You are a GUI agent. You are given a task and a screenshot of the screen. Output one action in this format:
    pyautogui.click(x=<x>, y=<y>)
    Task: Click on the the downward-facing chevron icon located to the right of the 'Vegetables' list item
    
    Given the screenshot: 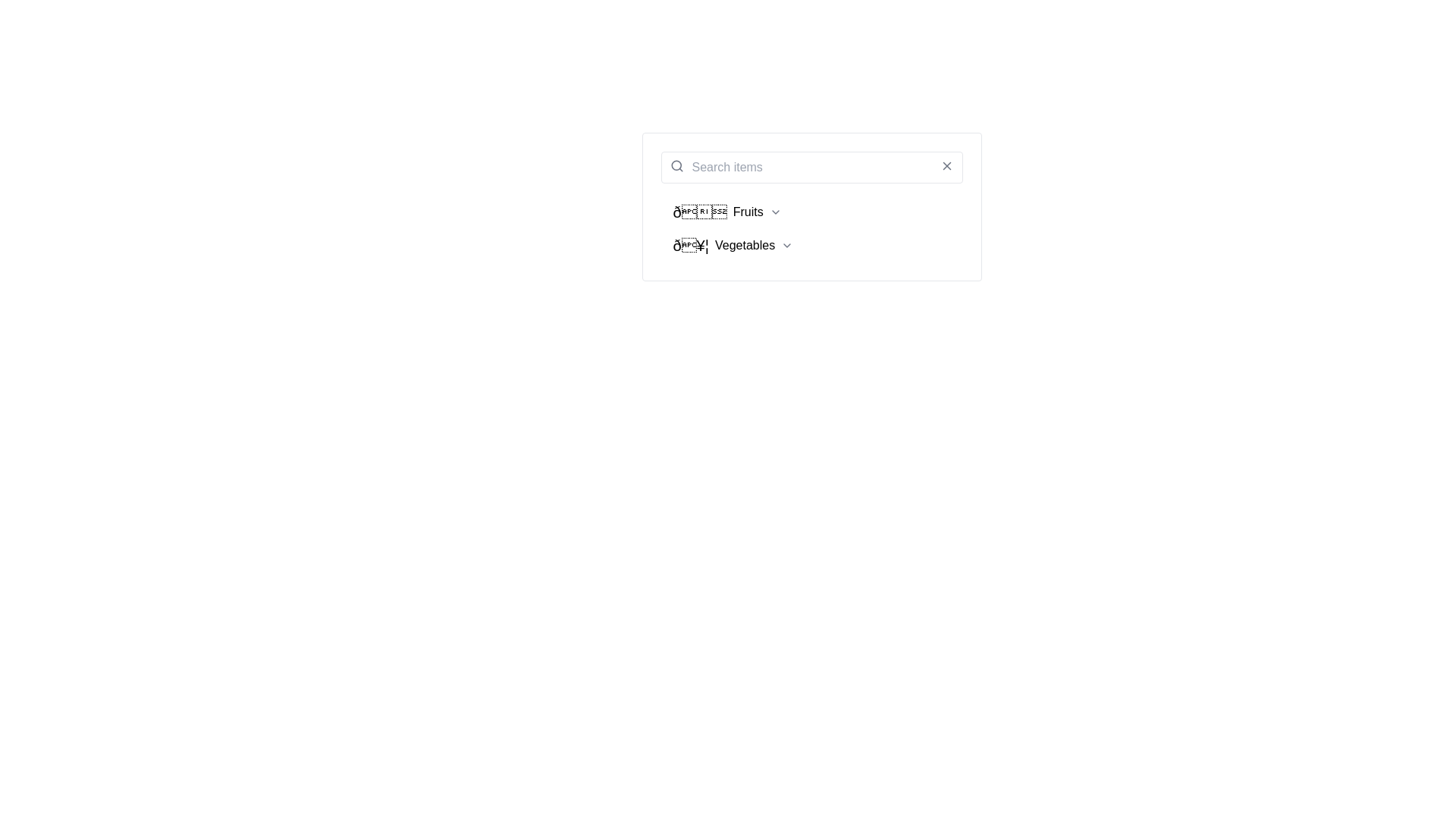 What is the action you would take?
    pyautogui.click(x=787, y=245)
    